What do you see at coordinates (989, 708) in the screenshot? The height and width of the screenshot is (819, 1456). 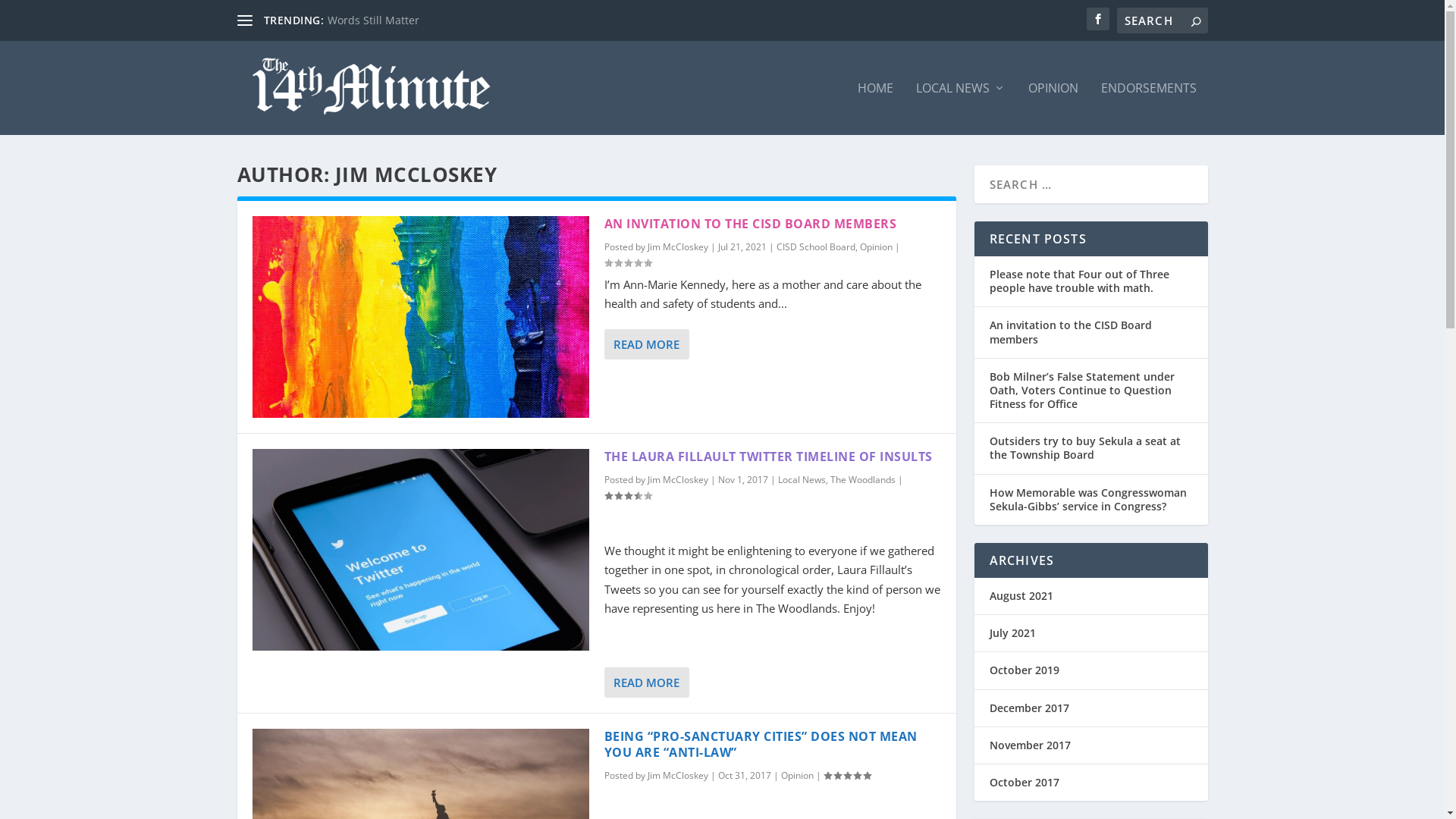 I see `'December 2017'` at bounding box center [989, 708].